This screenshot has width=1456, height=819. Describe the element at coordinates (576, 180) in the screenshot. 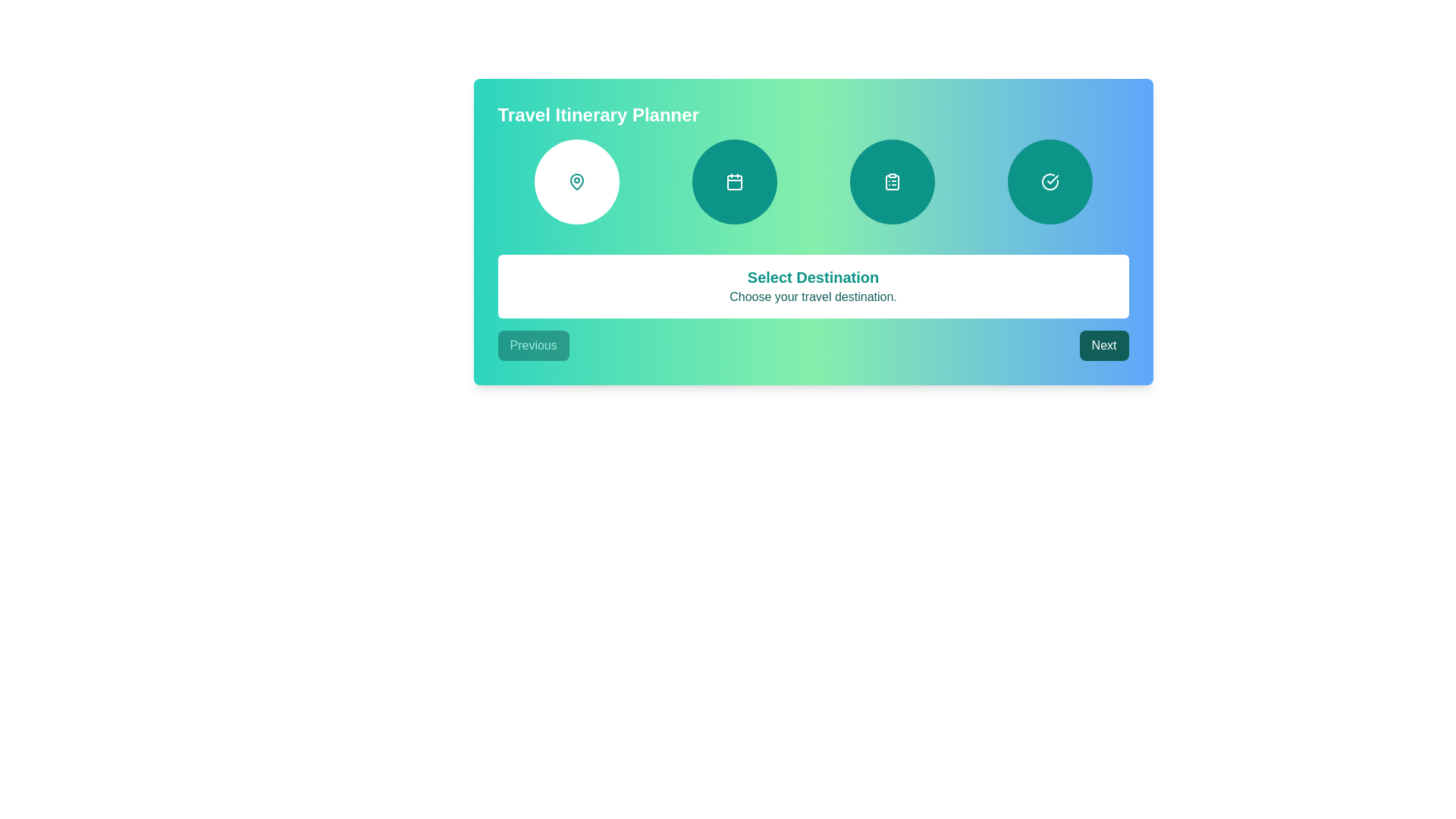

I see `the map pin icon SVG graphic located as the first icon from the left in a group of three icons at the top center of the interface` at that location.